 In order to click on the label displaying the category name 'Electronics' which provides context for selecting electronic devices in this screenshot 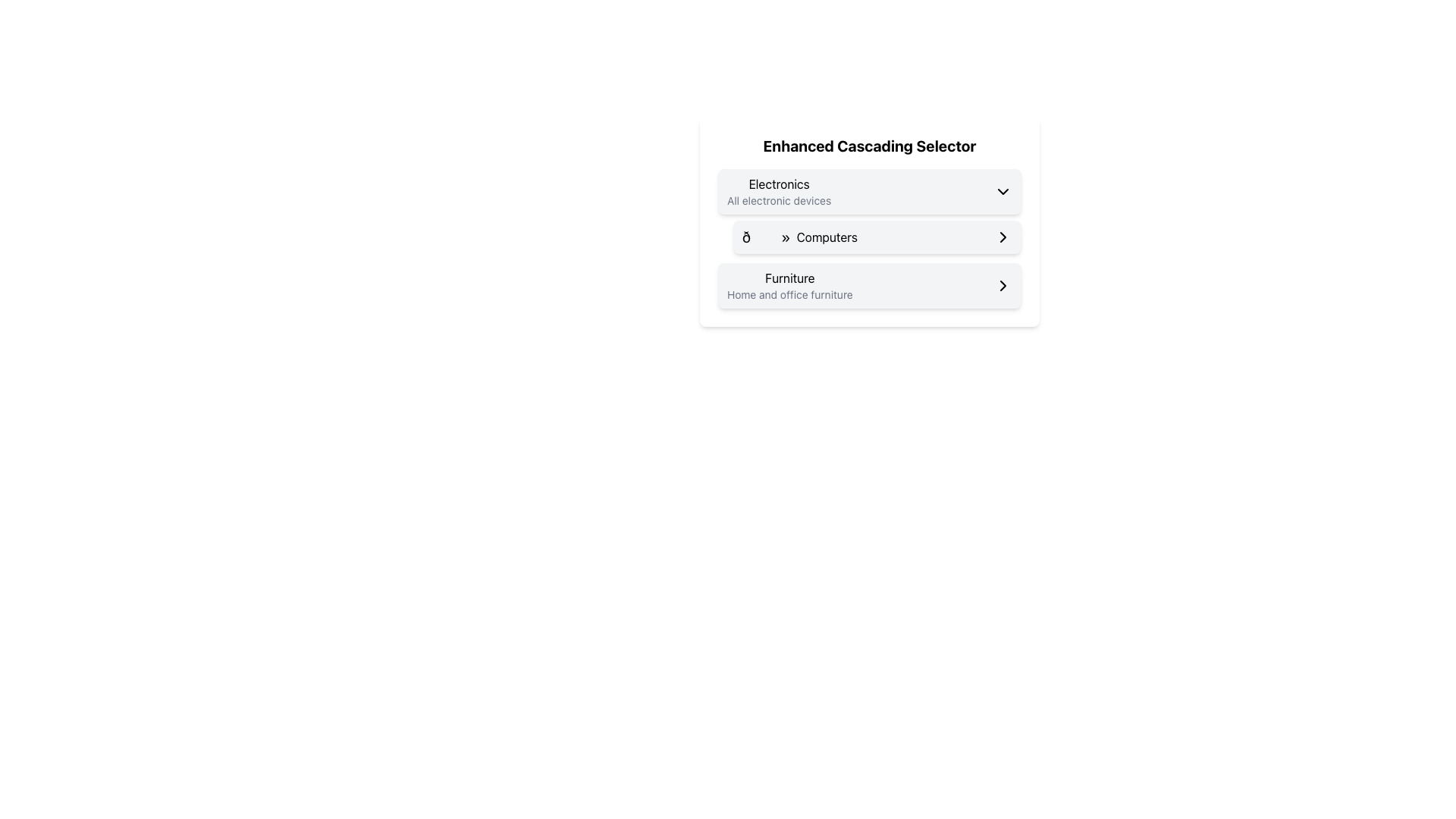, I will do `click(779, 191)`.